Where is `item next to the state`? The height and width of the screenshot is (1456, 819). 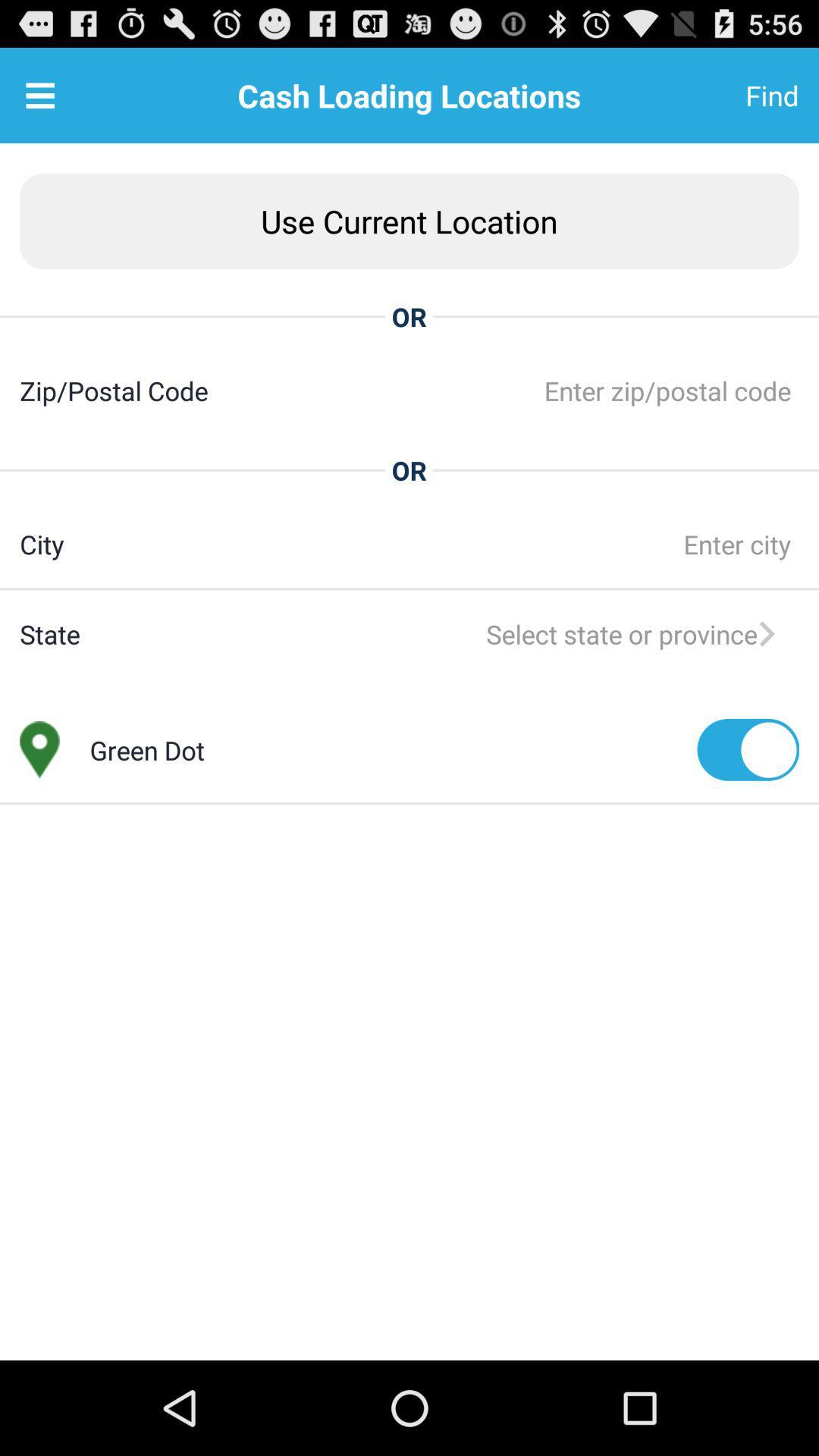 item next to the state is located at coordinates (439, 634).